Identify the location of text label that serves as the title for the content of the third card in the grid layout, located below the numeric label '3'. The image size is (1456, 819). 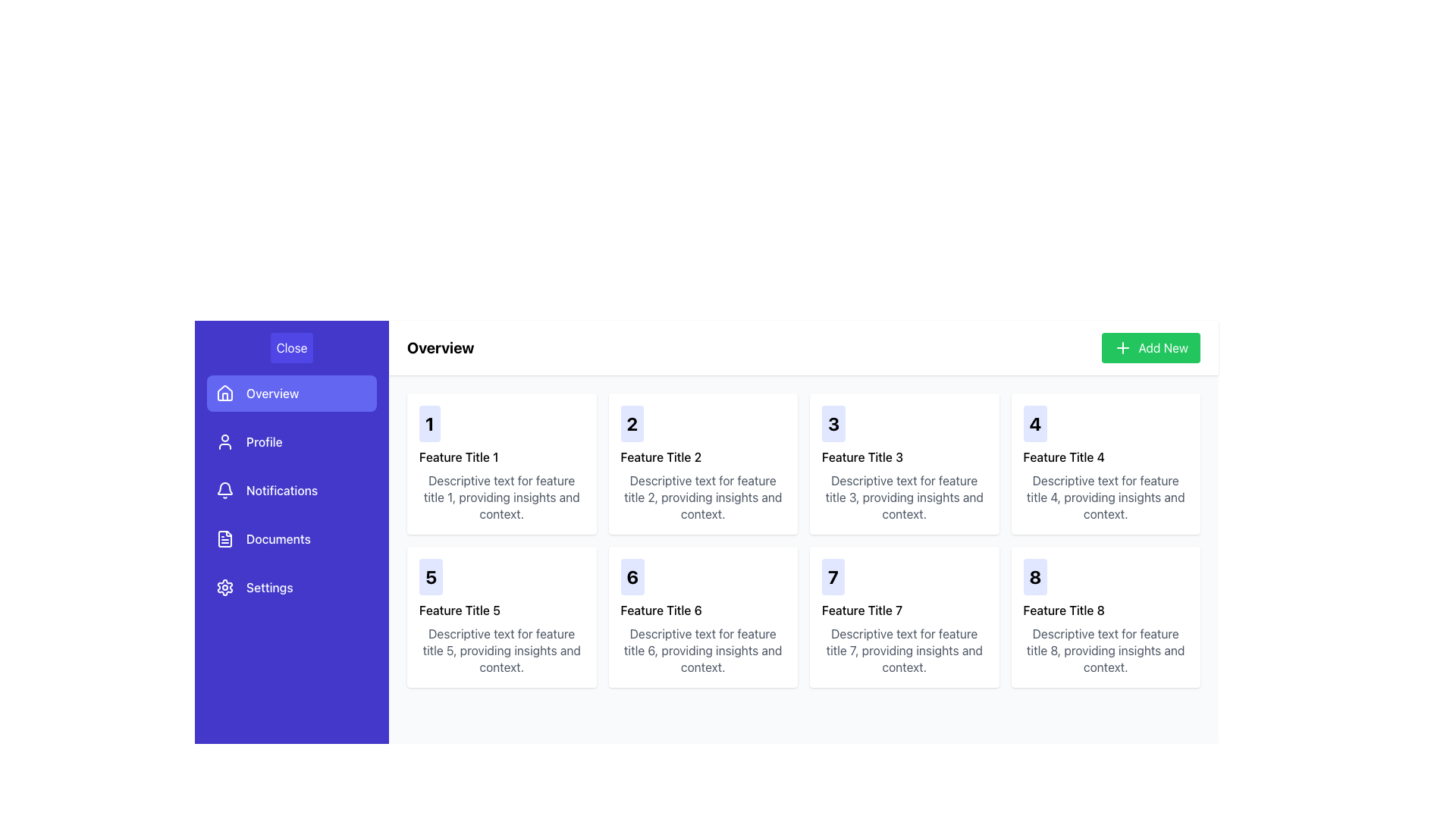
(862, 456).